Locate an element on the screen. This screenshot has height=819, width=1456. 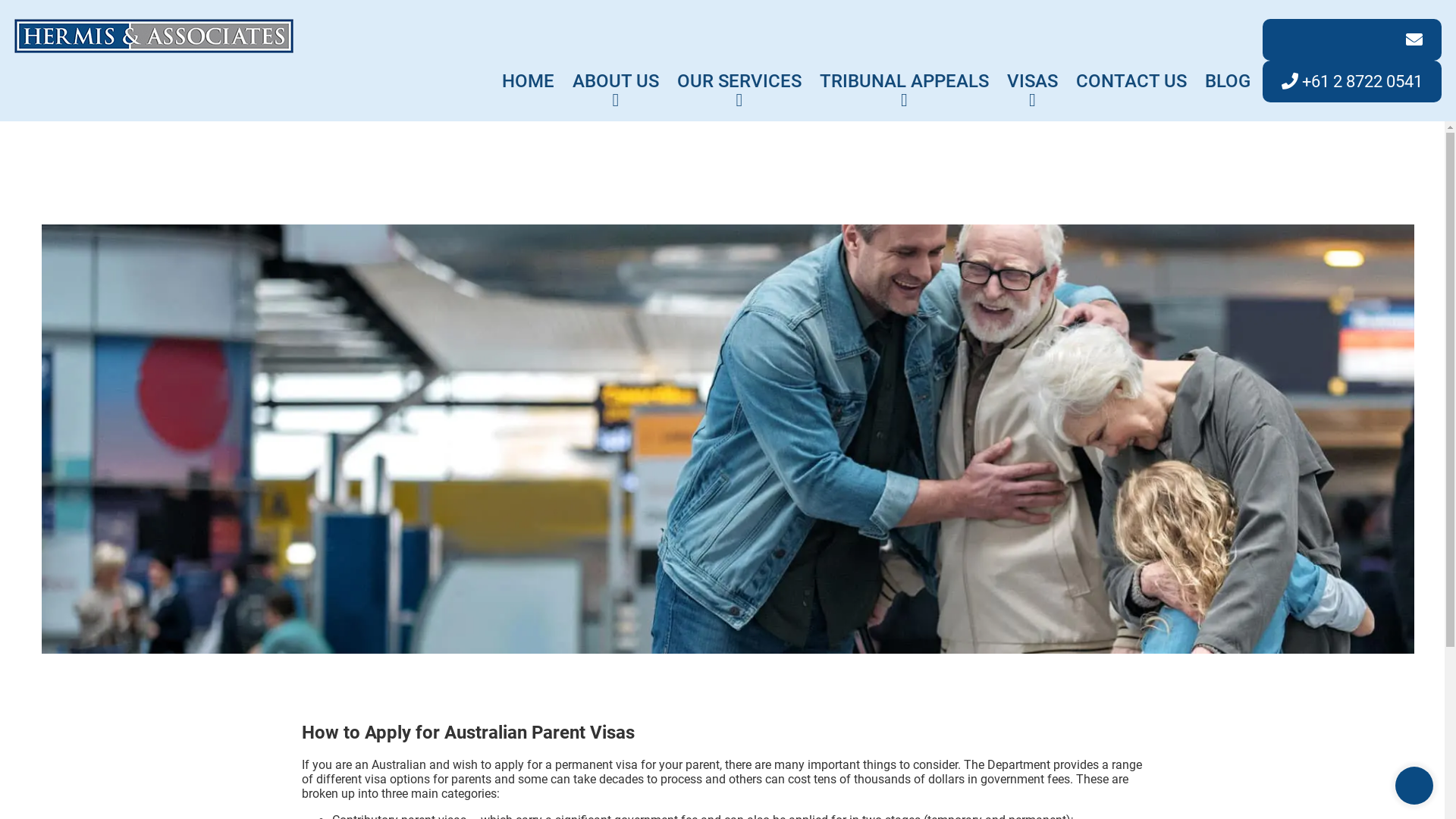
'TRIBUNAL APPEALS' is located at coordinates (904, 73).